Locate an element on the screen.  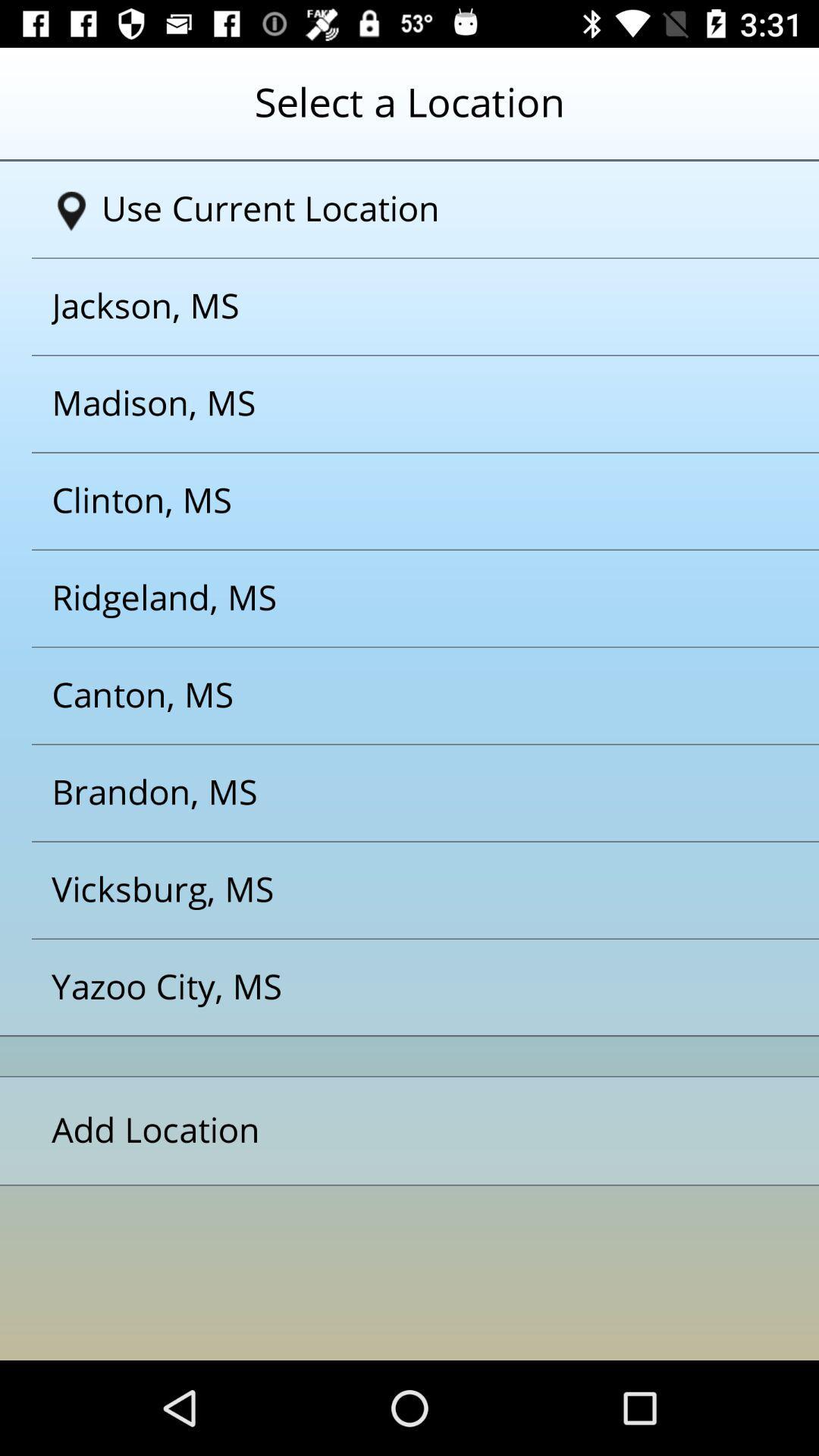
the text which is below the jackson ms is located at coordinates (390, 403).